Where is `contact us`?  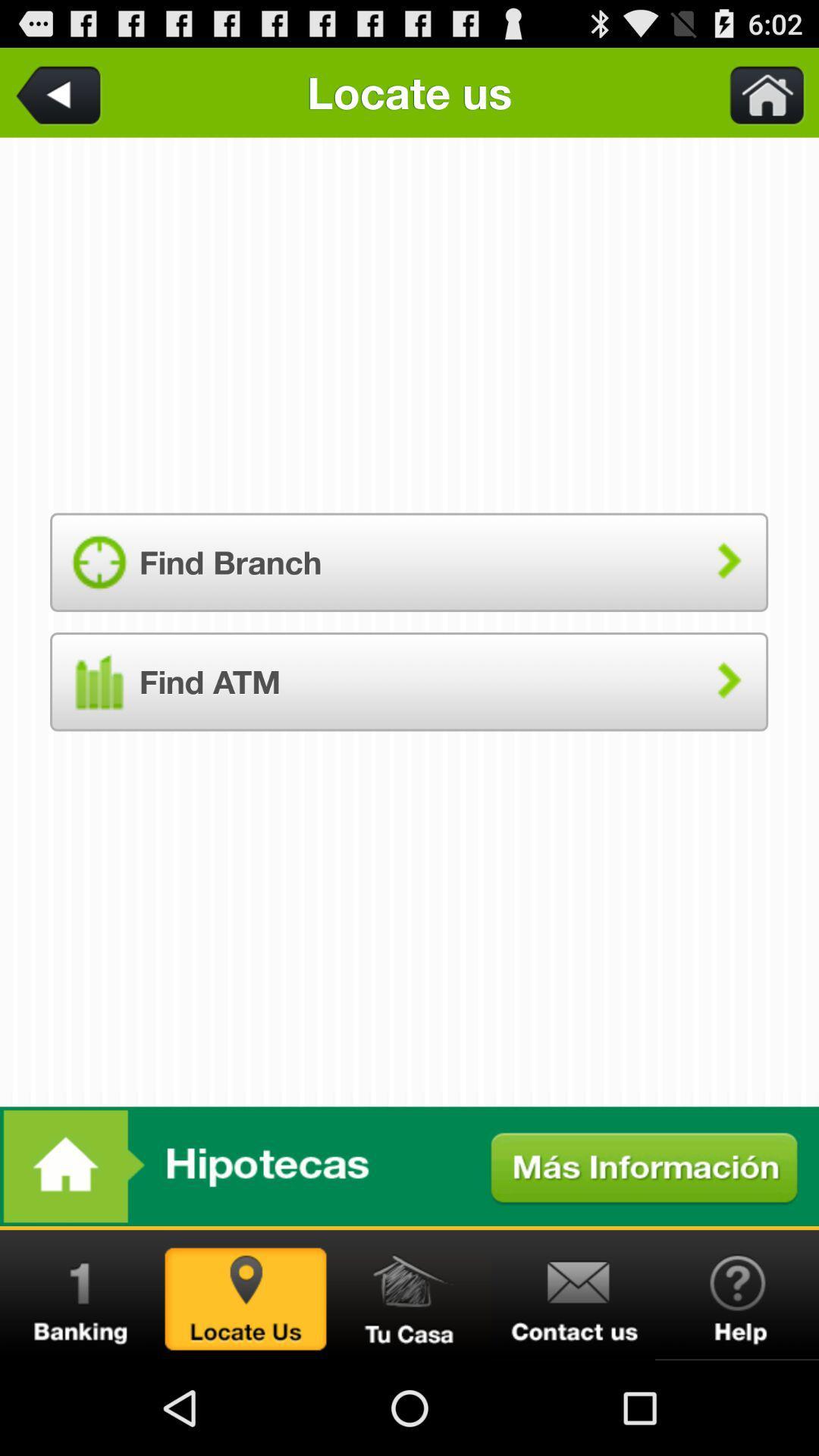
contact us is located at coordinates (573, 1294).